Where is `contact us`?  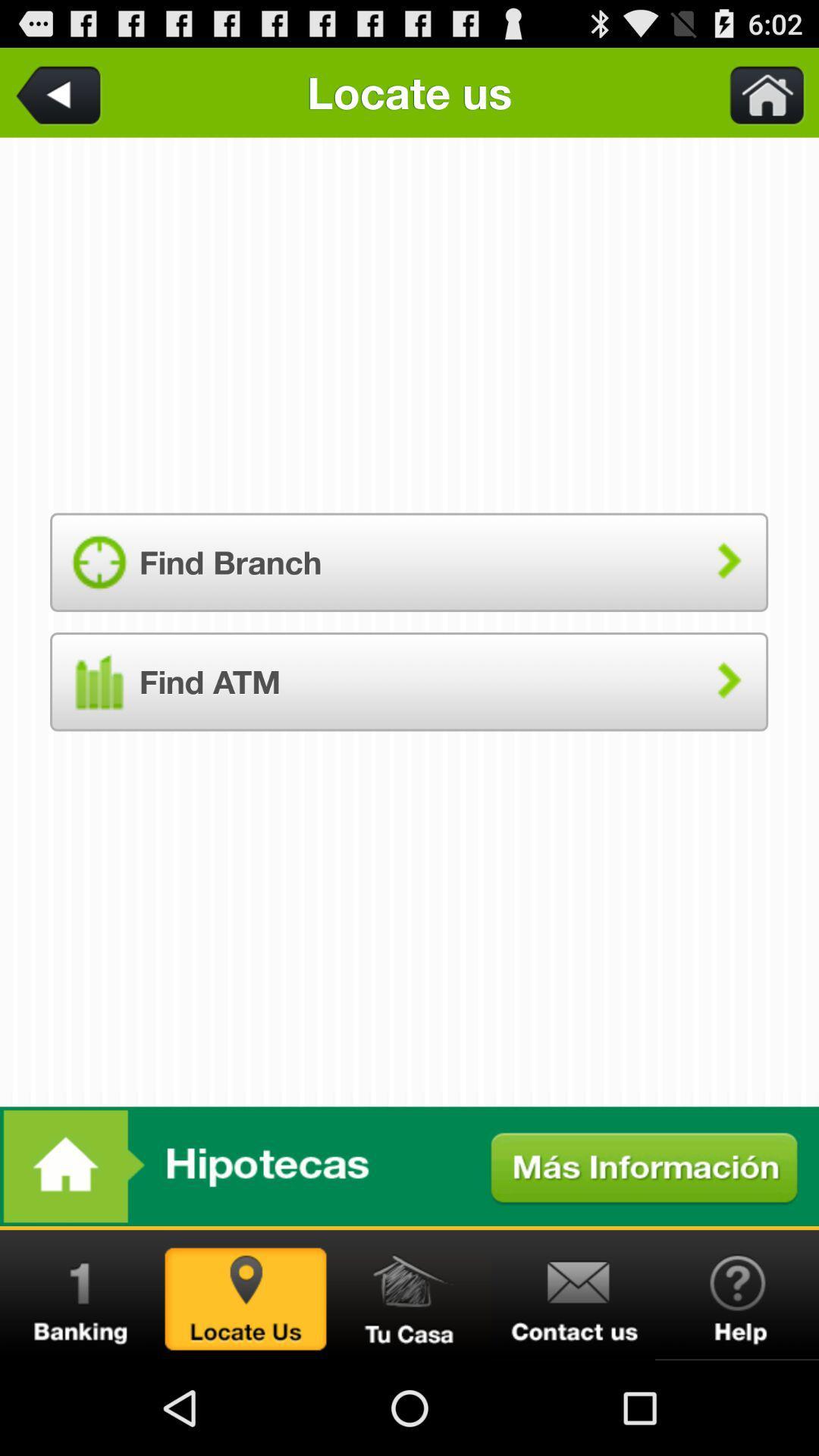
contact us is located at coordinates (573, 1294).